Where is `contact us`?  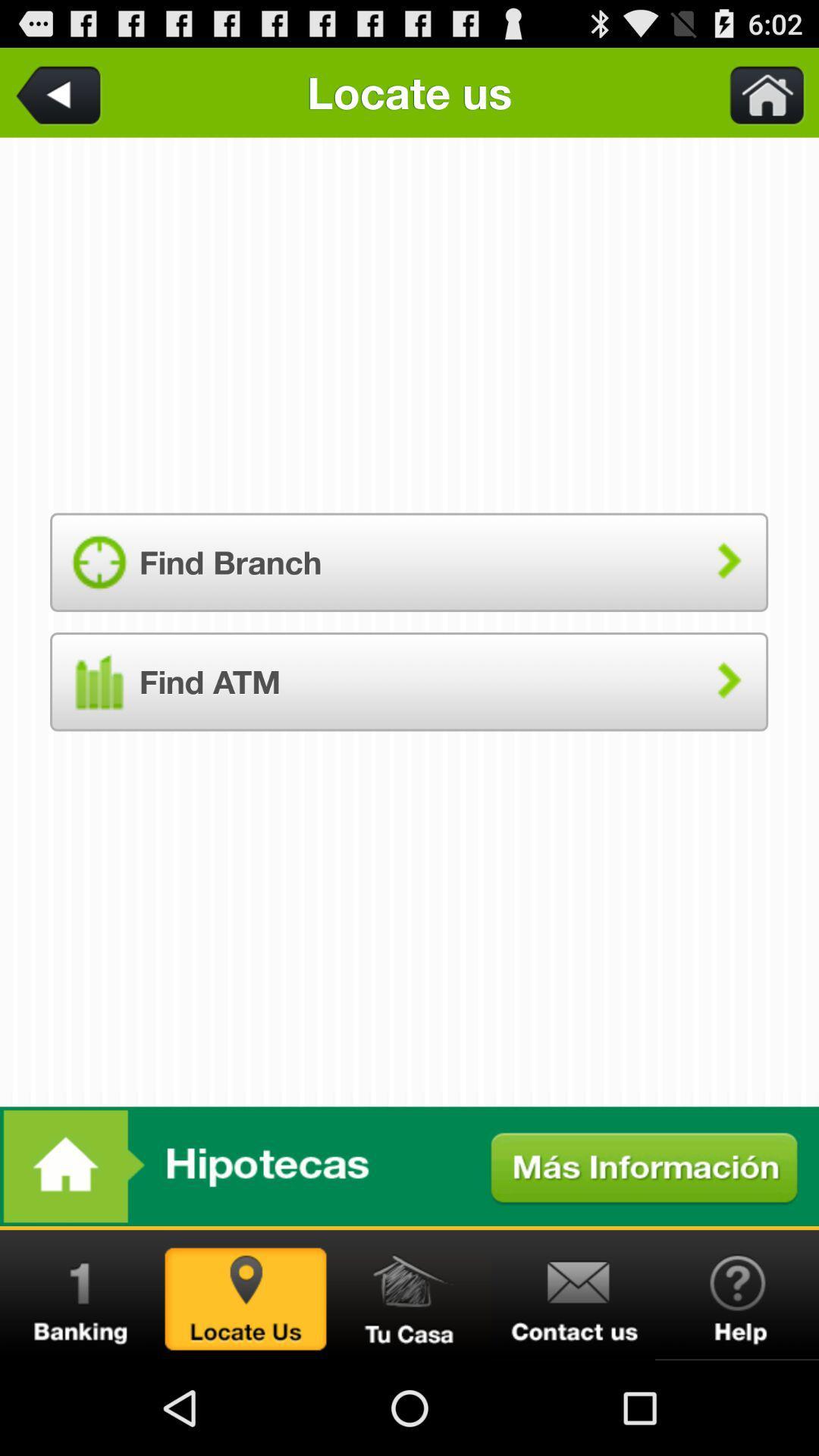
contact us is located at coordinates (573, 1294).